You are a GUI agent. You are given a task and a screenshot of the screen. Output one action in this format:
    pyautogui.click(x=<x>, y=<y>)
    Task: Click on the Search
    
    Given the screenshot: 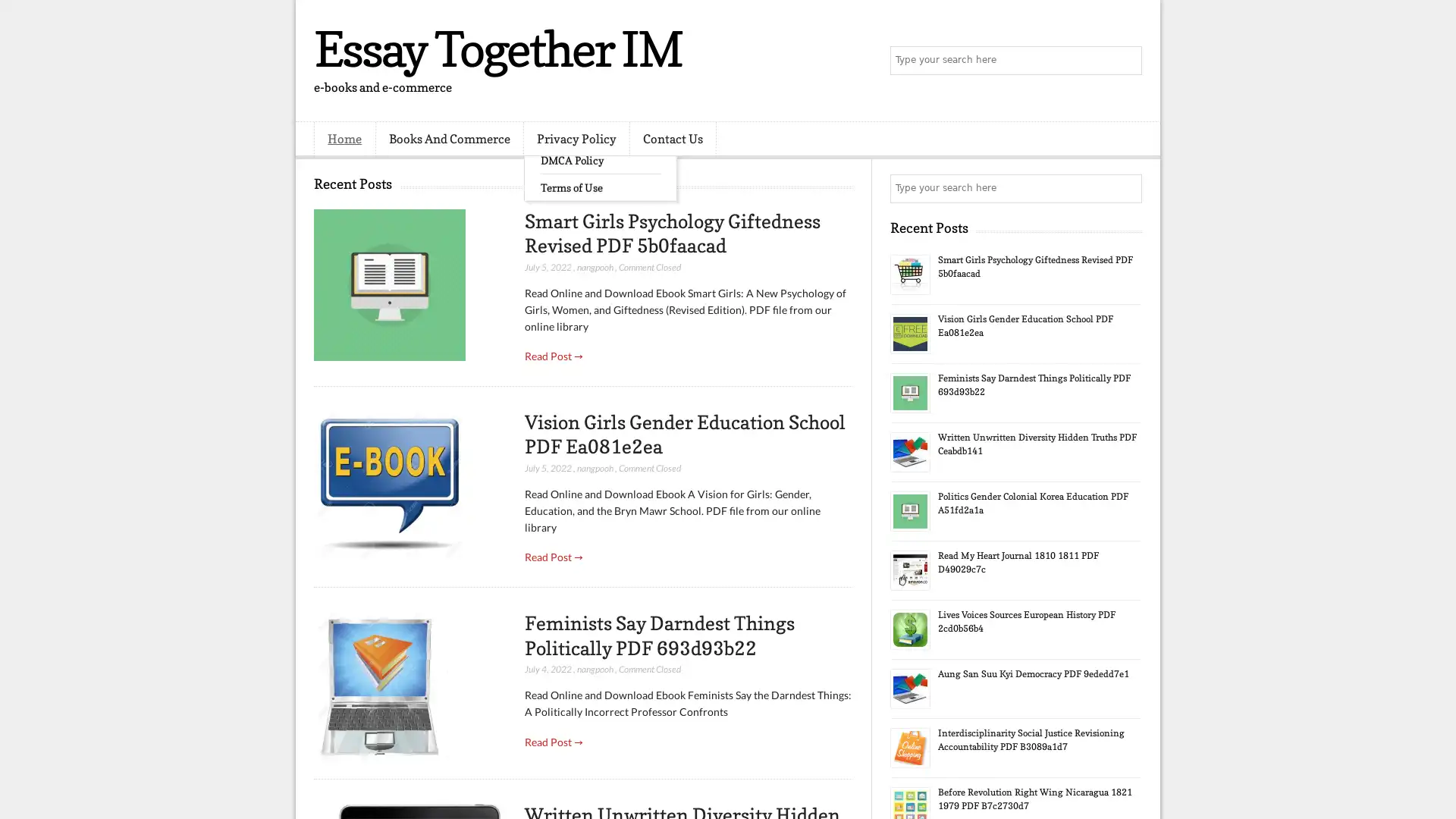 What is the action you would take?
    pyautogui.click(x=1126, y=188)
    